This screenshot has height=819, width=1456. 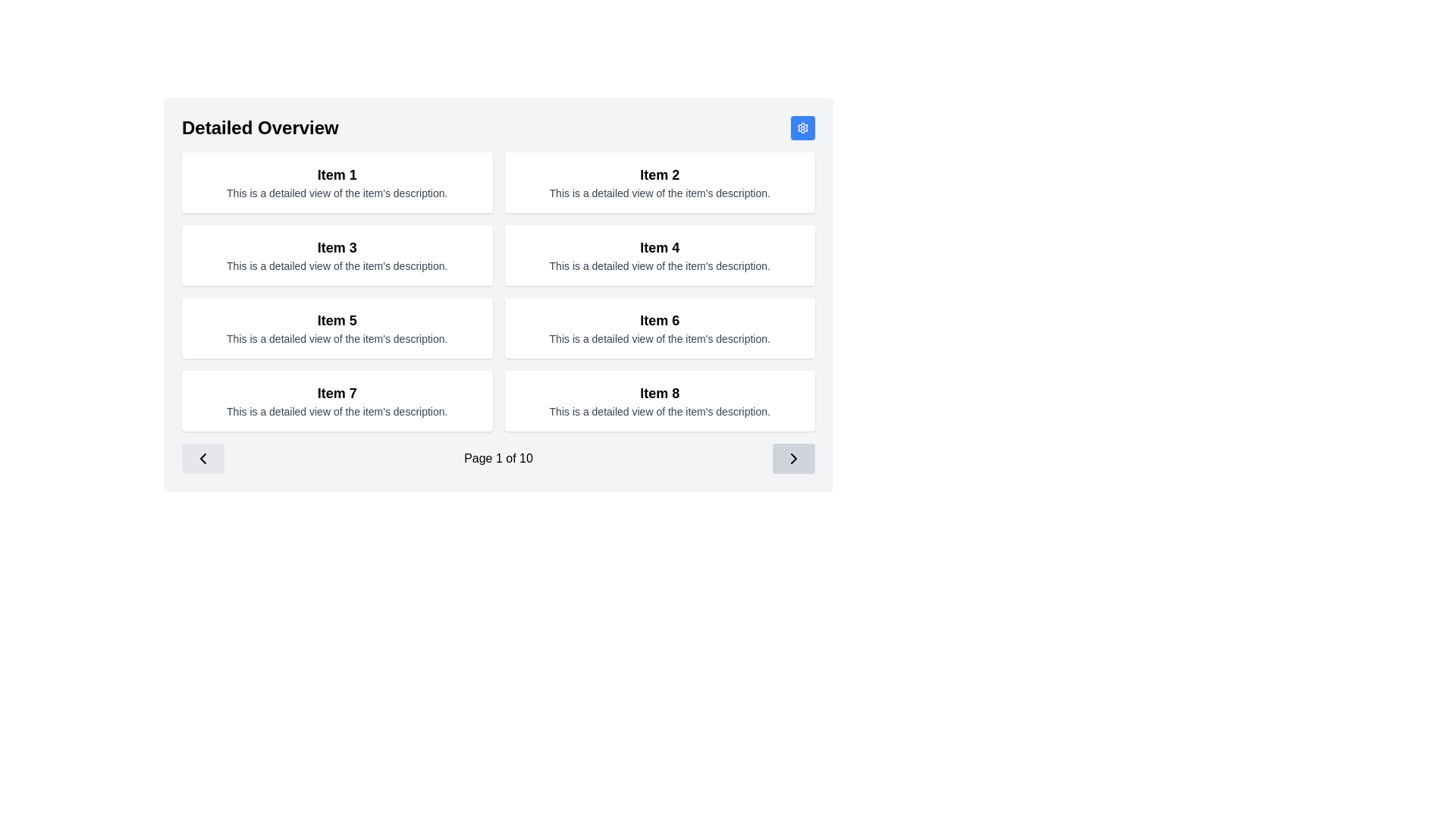 I want to click on to select the Informative card titled 'Item 3', which has a white background and rounded corners, located in the third position of the grid layout, so click(x=336, y=254).